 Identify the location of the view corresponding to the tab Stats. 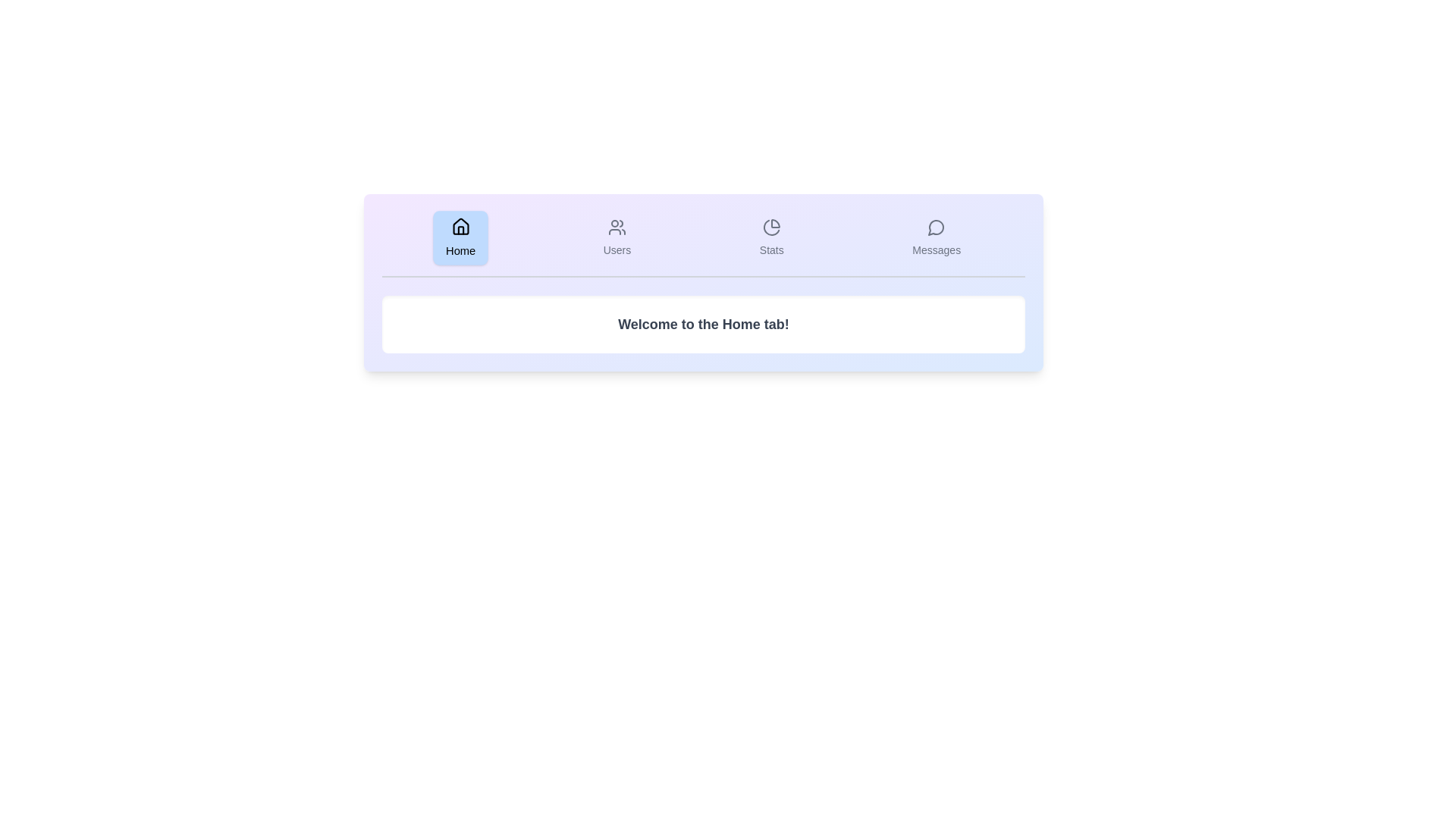
(771, 237).